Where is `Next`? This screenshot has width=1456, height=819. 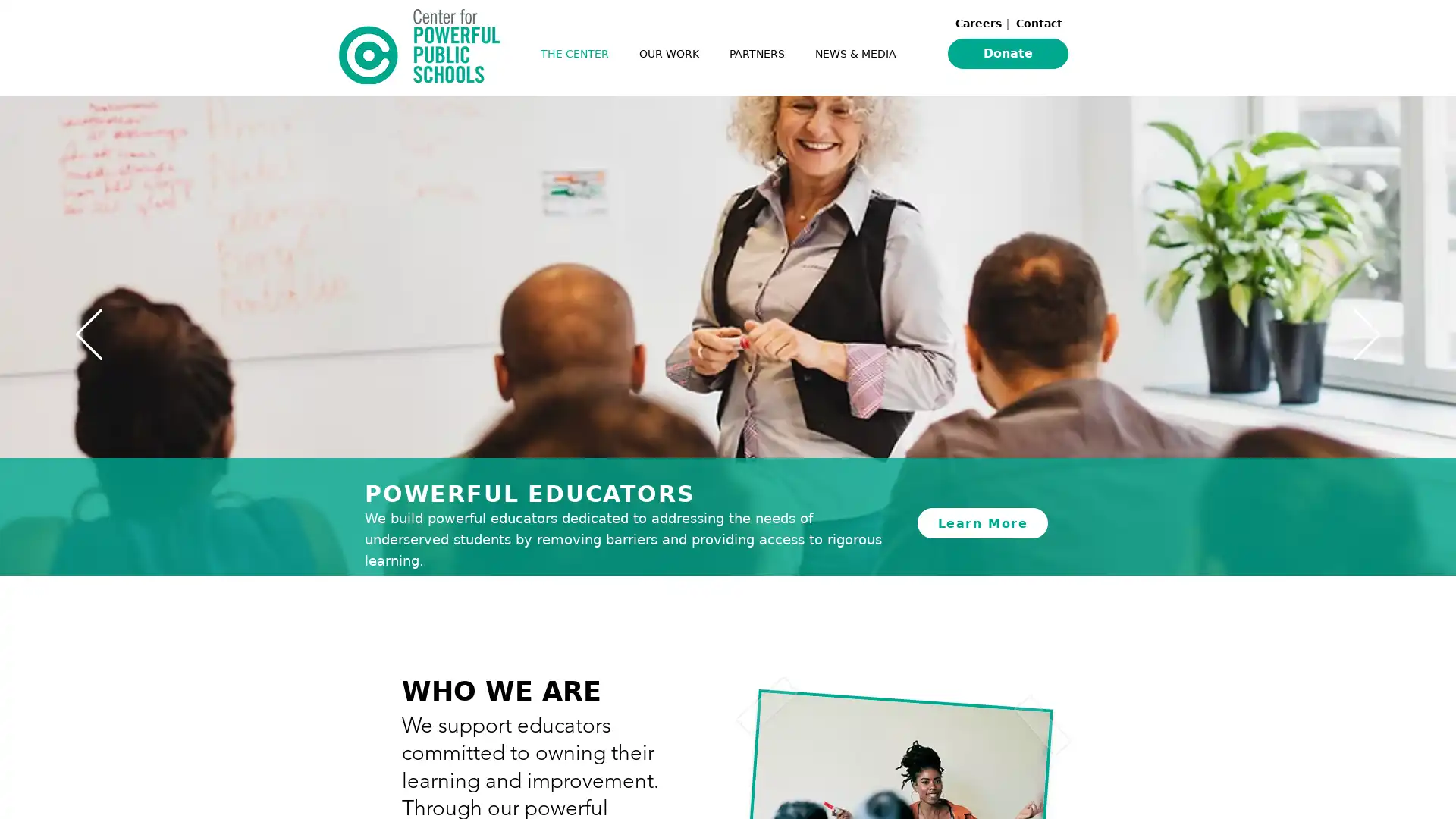
Next is located at coordinates (1367, 334).